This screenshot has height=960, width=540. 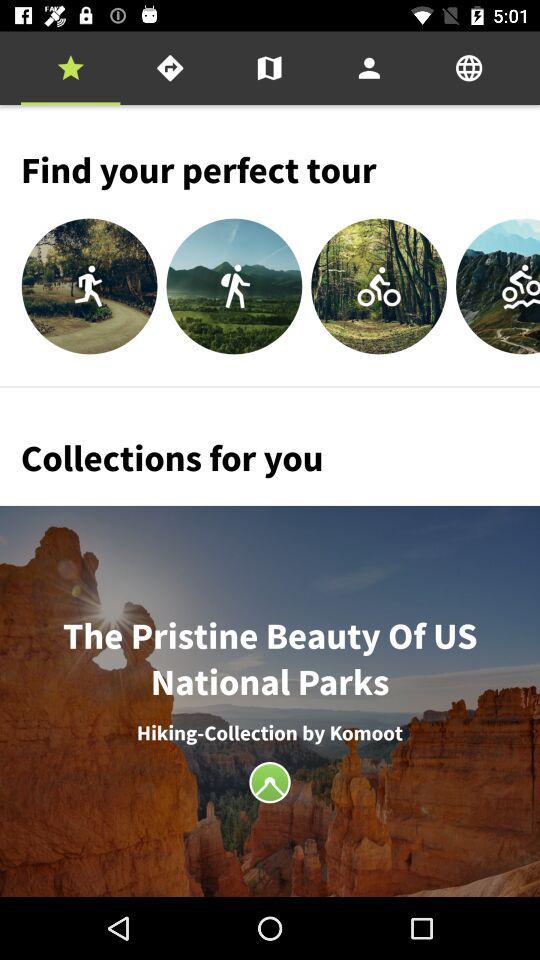 I want to click on the item above the find your perfect icon, so click(x=170, y=68).